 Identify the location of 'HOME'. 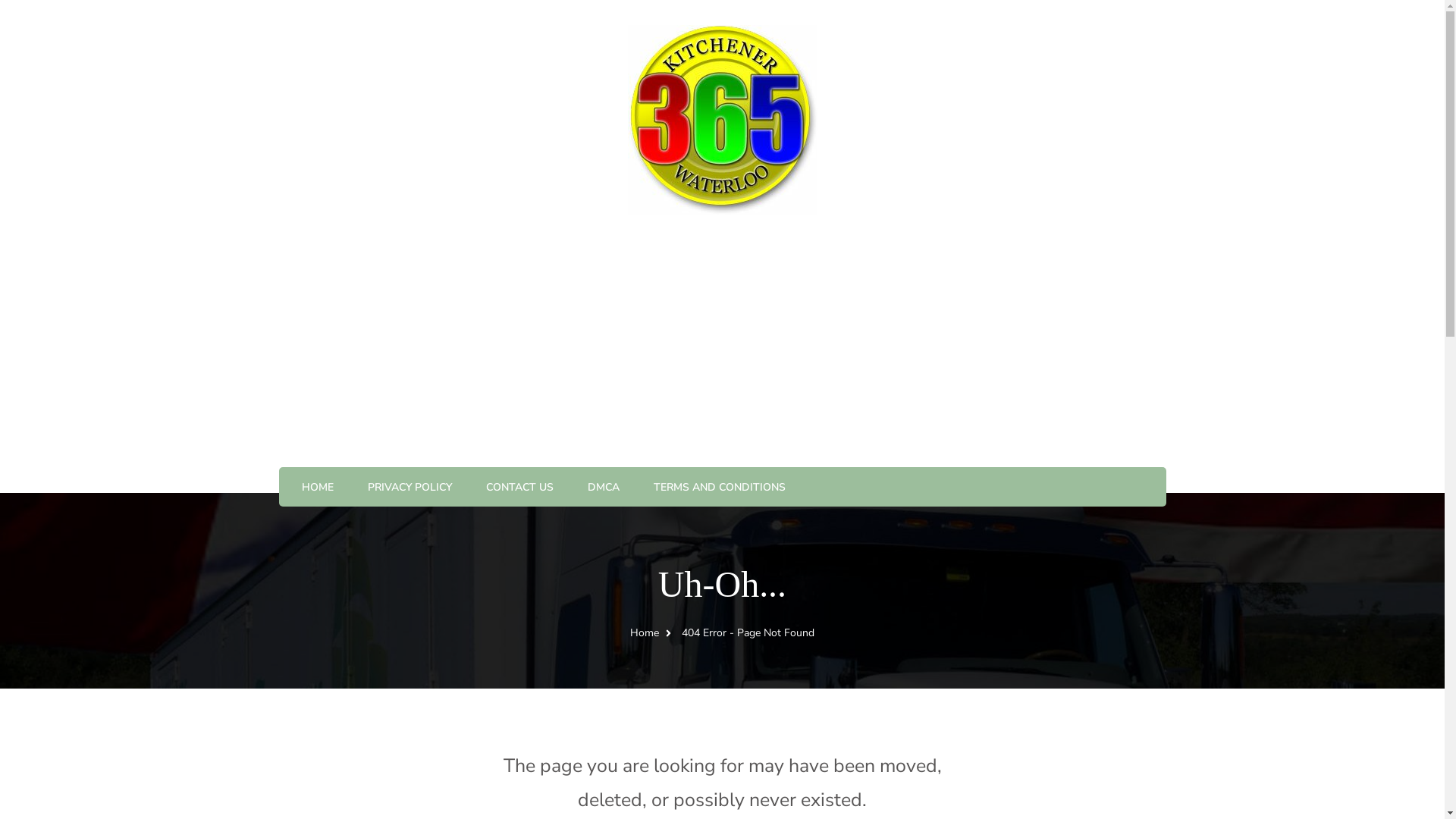
(316, 488).